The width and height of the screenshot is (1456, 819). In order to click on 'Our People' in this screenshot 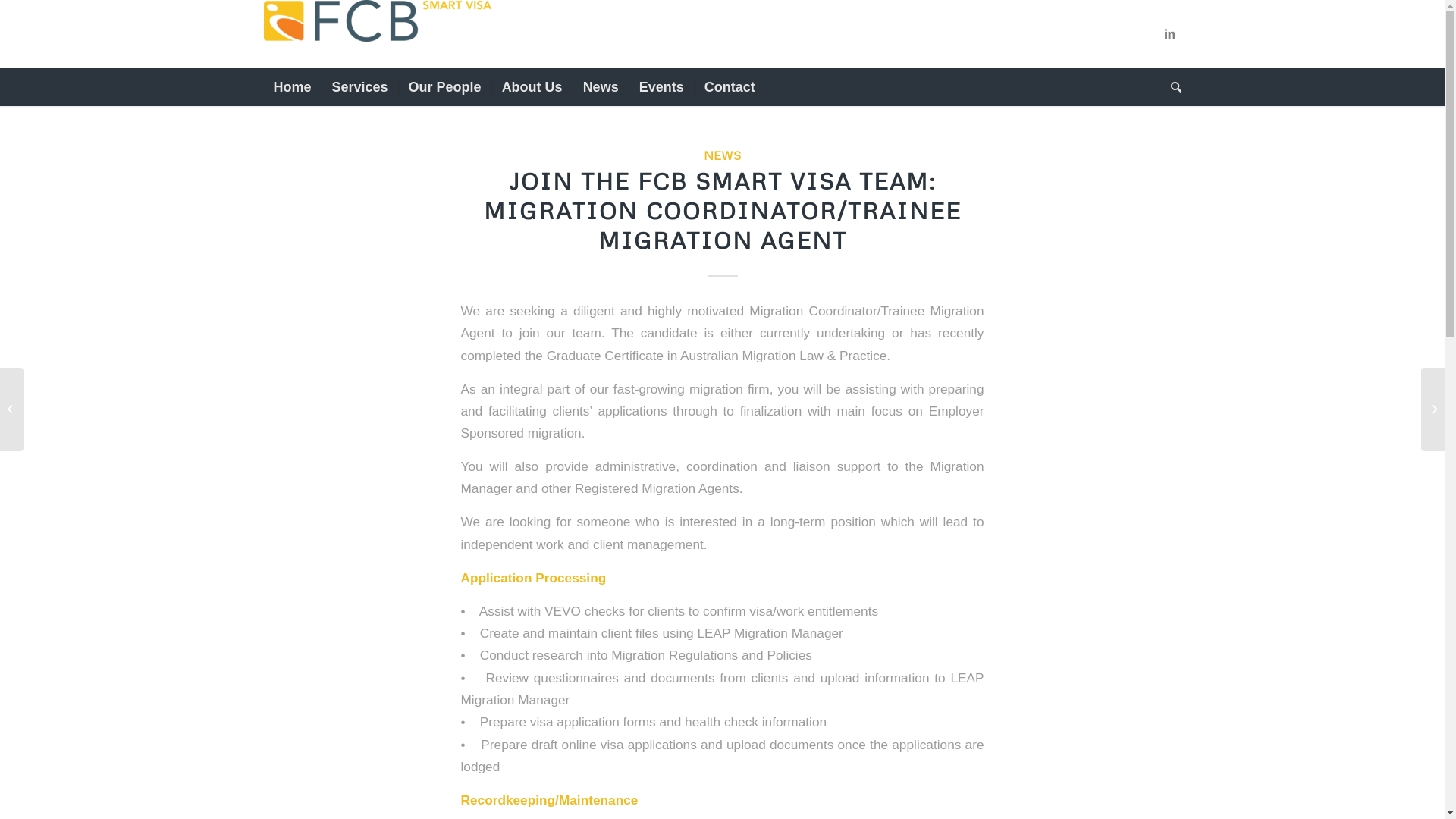, I will do `click(444, 87)`.